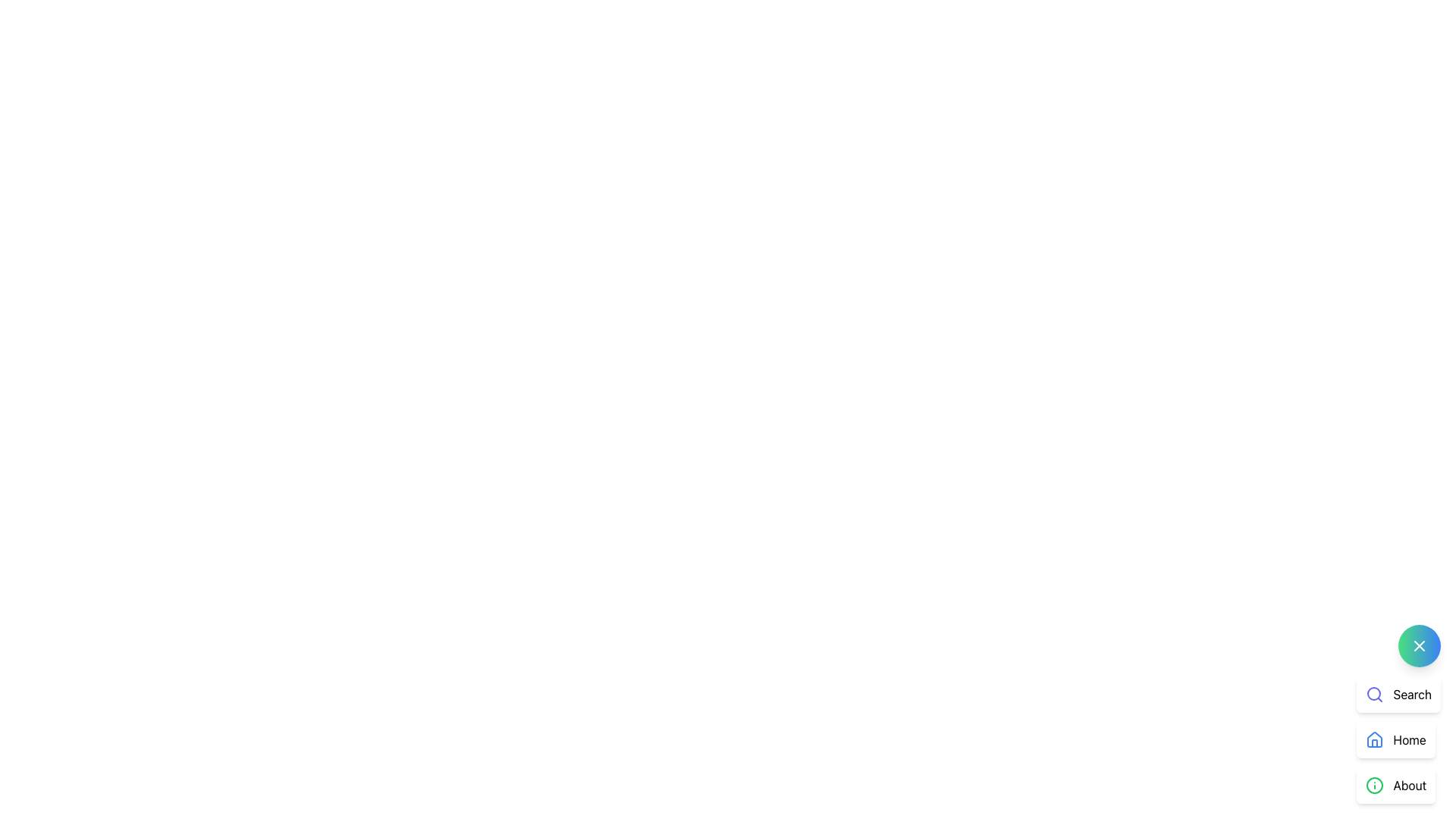 This screenshot has width=1456, height=819. I want to click on the circular graphic element that is part of the 'info' icon within the 'About' menu option located in the bottom-right corner of the interface, so click(1375, 785).